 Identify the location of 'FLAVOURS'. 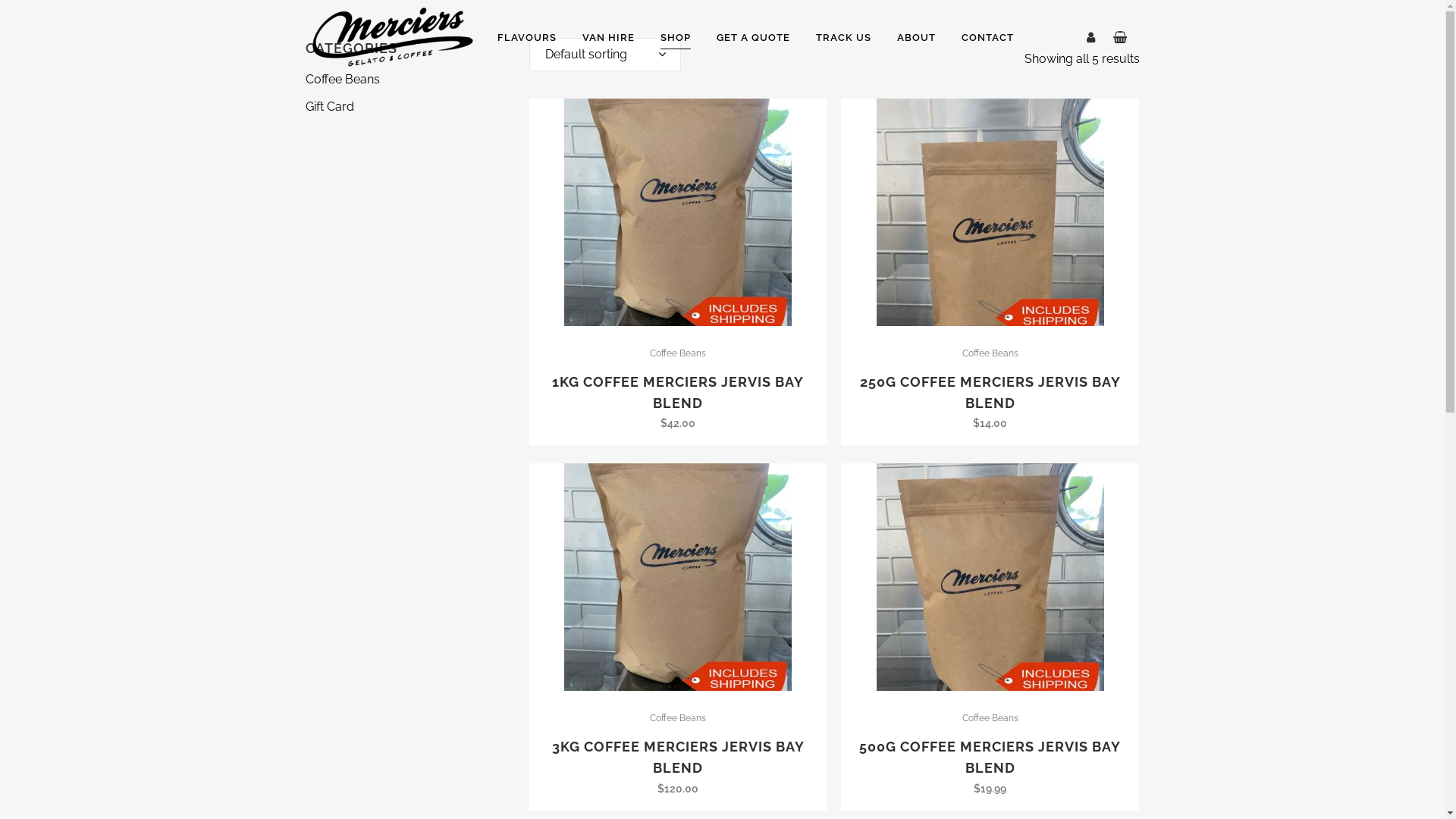
(527, 37).